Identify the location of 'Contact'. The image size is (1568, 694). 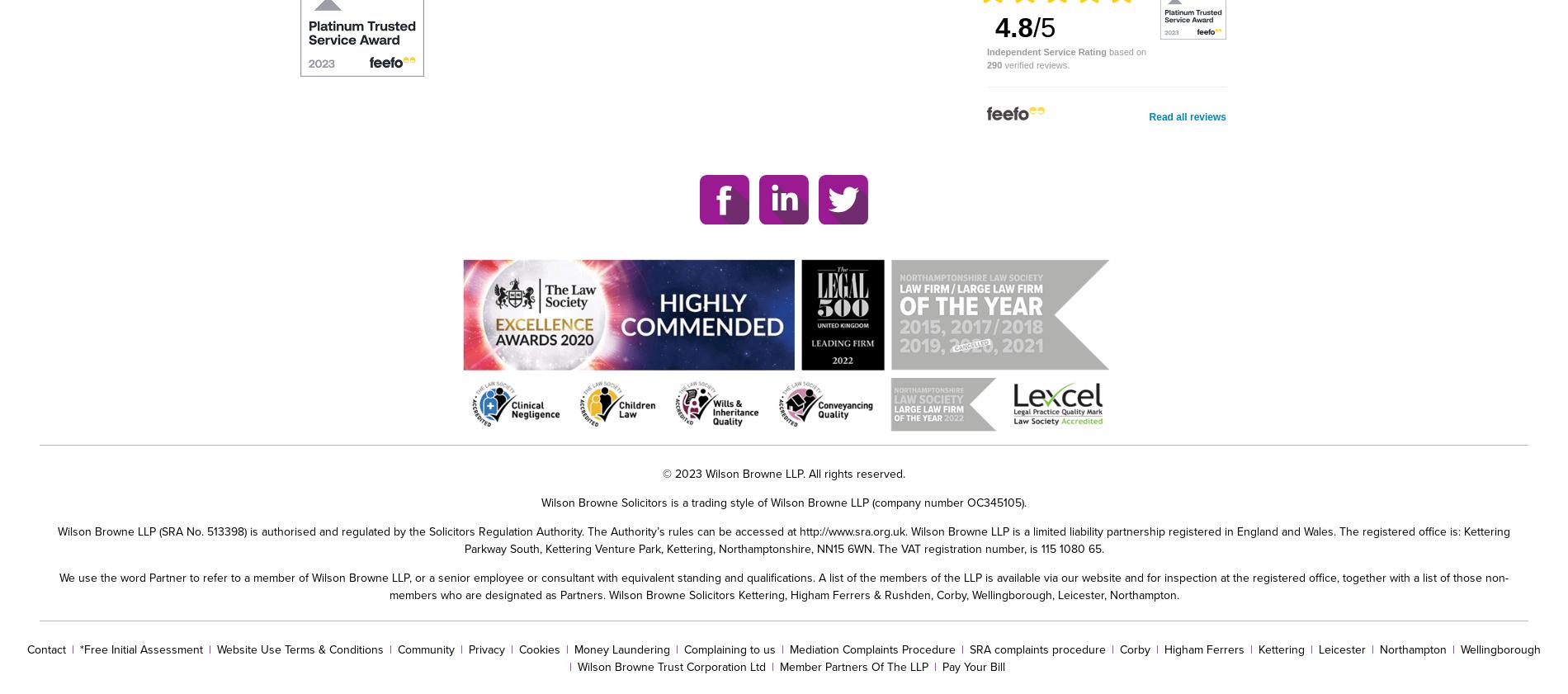
(46, 649).